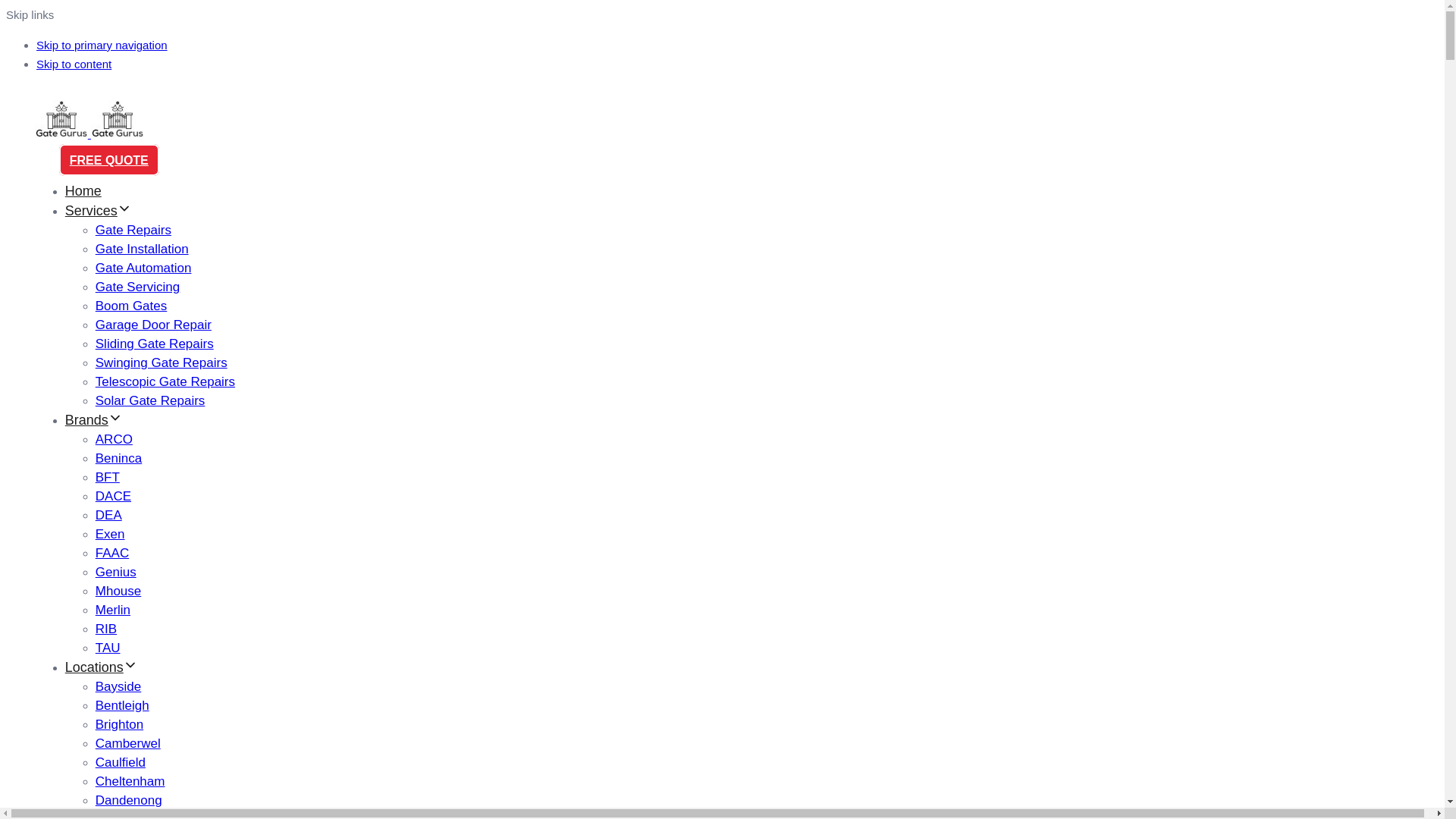 Image resolution: width=1456 pixels, height=819 pixels. What do you see at coordinates (138, 287) in the screenshot?
I see `'Gate Servicing'` at bounding box center [138, 287].